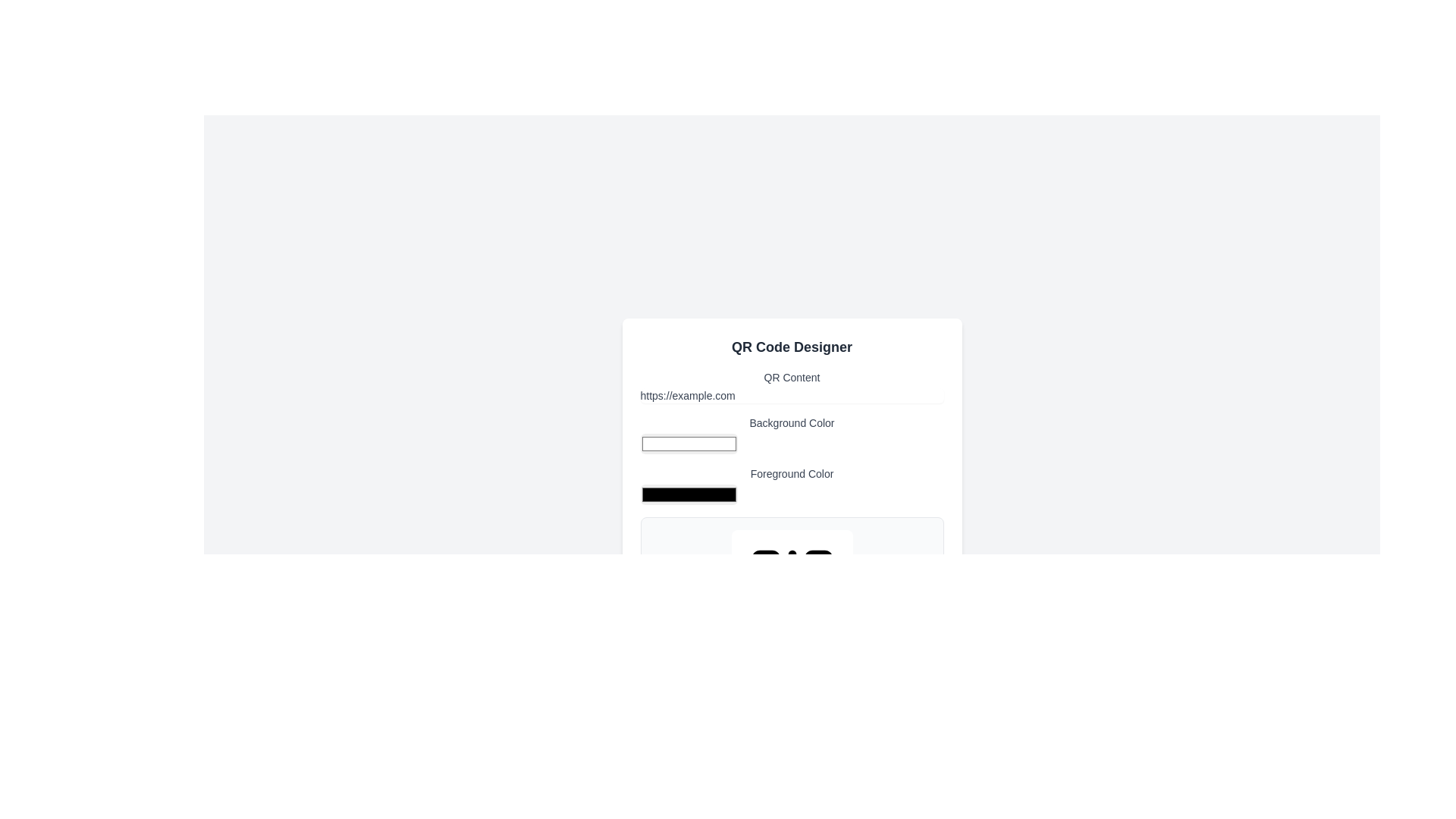 Image resolution: width=1456 pixels, height=819 pixels. Describe the element at coordinates (688, 494) in the screenshot. I see `the second color picker element located below the 'Foreground Color' label` at that location.